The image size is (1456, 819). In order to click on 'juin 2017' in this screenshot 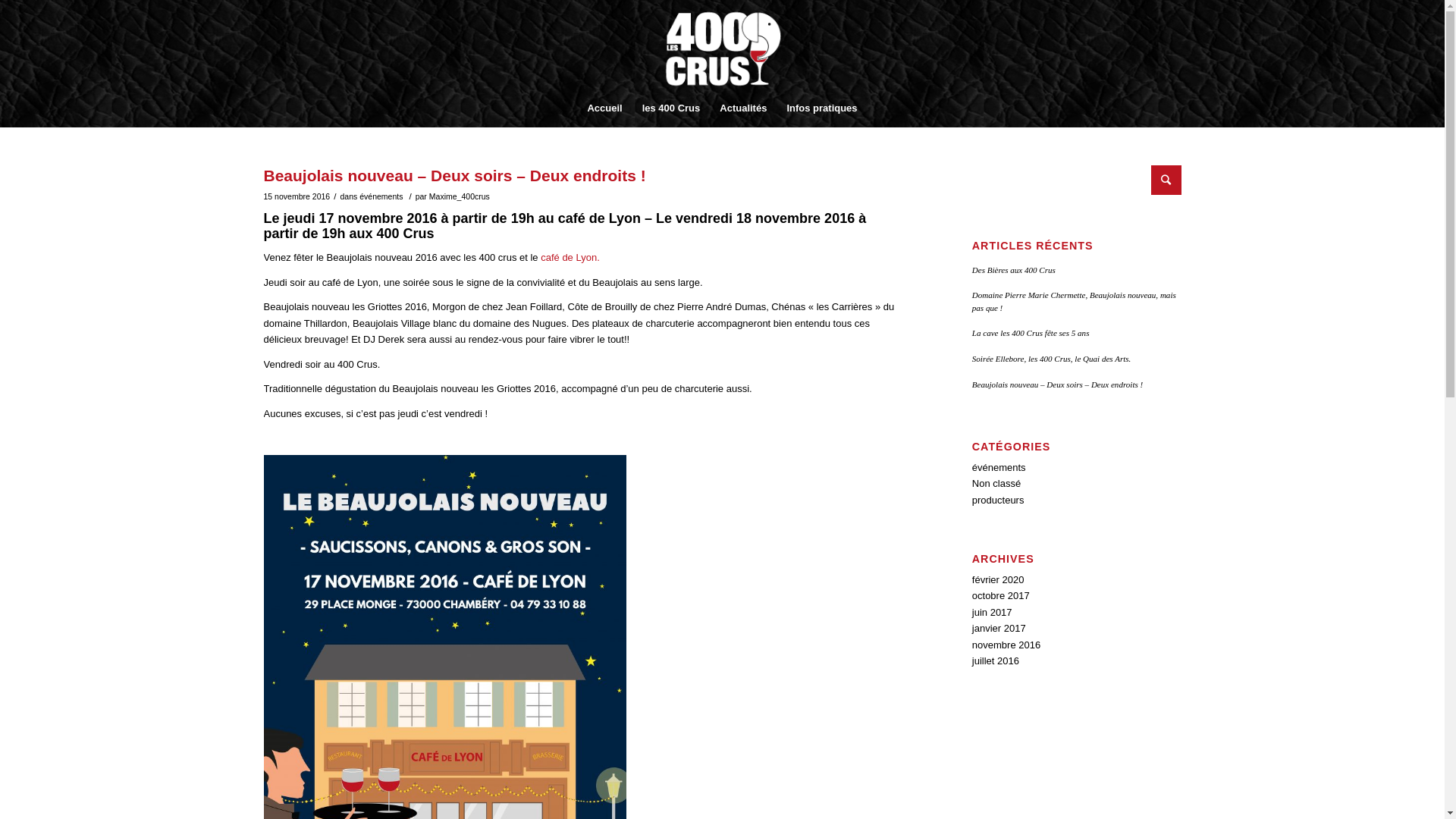, I will do `click(992, 611)`.